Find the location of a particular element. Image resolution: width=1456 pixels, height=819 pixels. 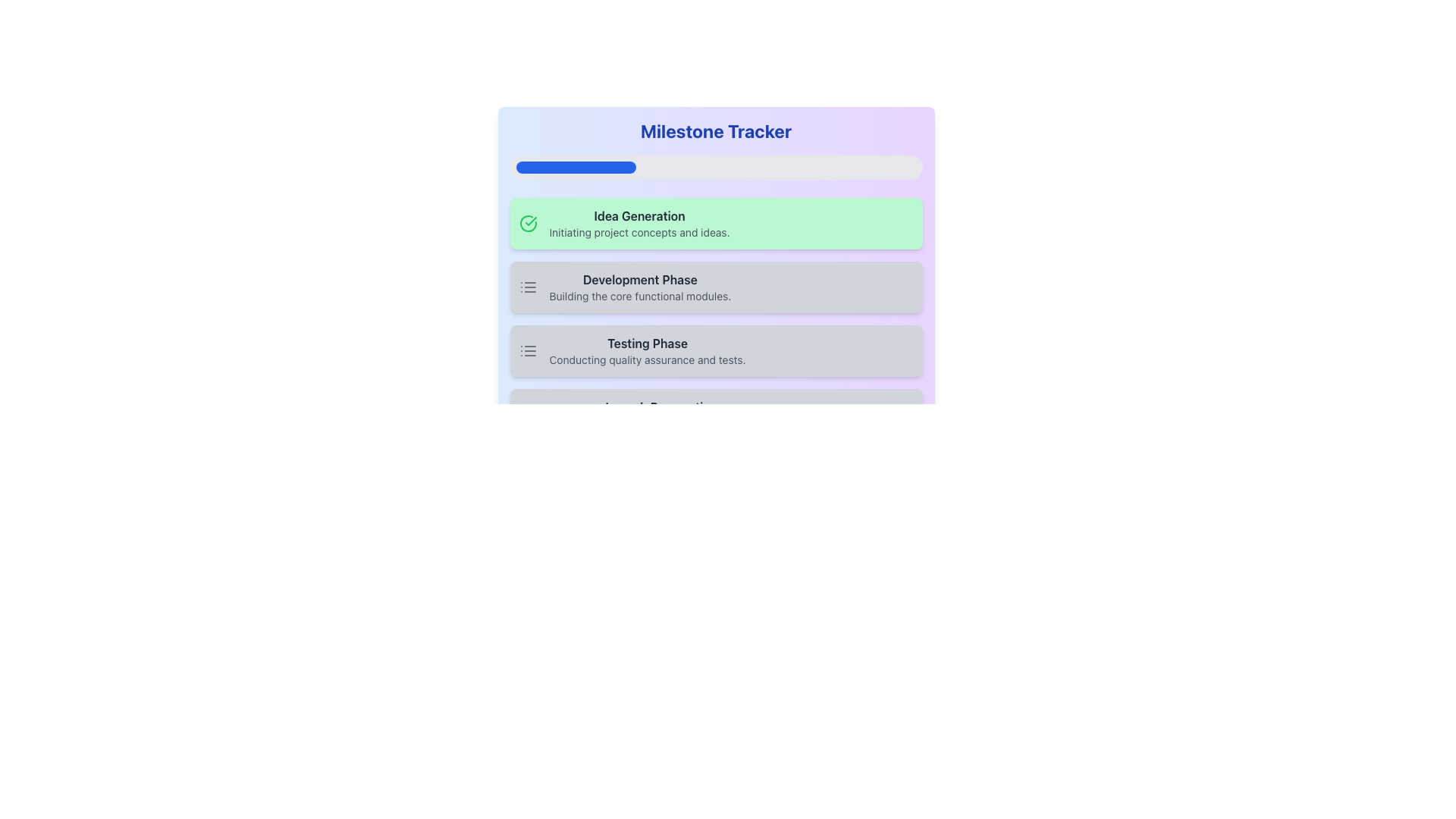

the gray rectangular icon with three horizontal lines representing a list, located in the upper-left corner of the 'Testing Phase' card is located at coordinates (528, 350).